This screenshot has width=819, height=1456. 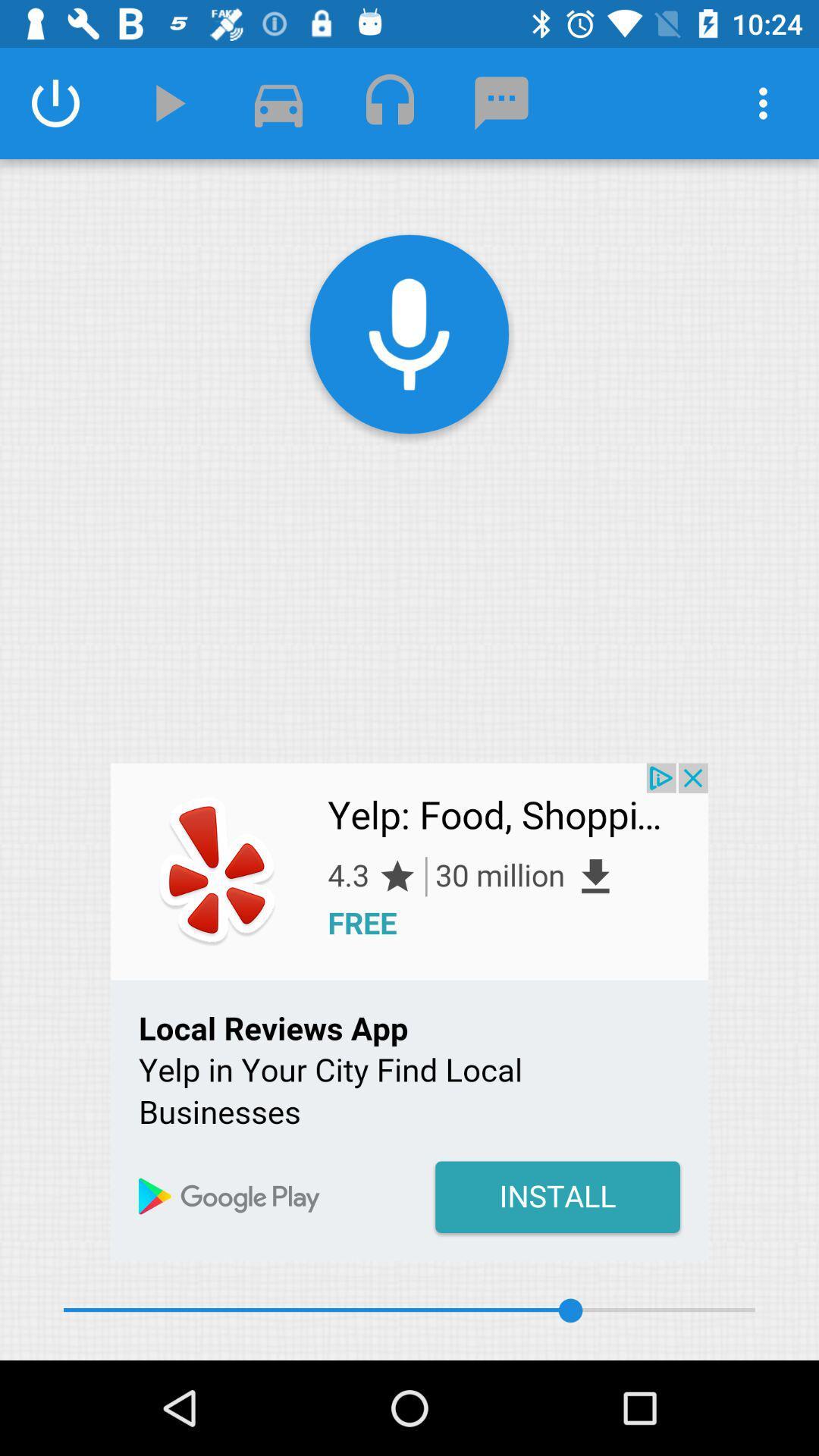 What do you see at coordinates (389, 102) in the screenshot?
I see `the lock icon` at bounding box center [389, 102].